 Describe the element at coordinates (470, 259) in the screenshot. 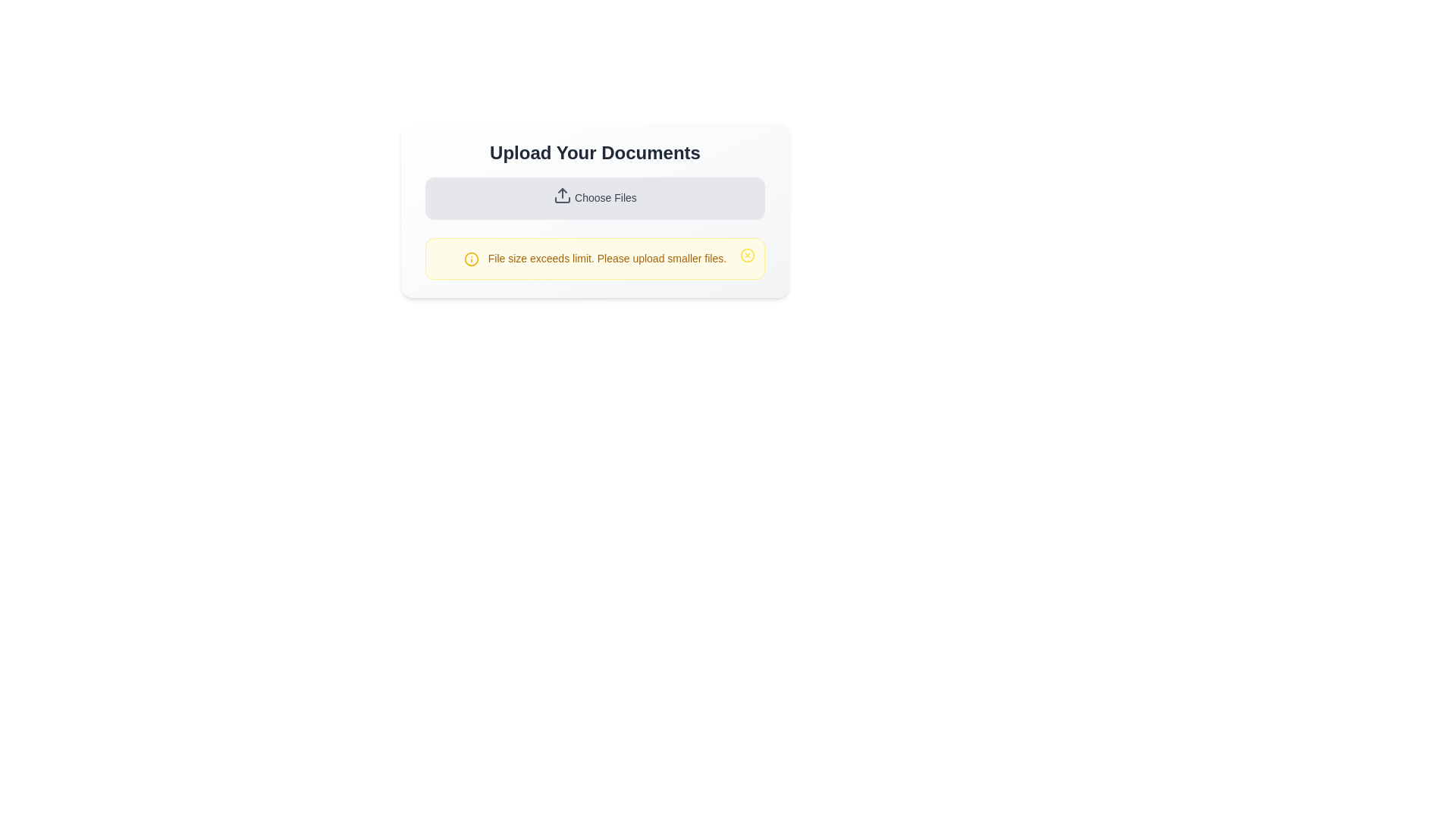

I see `yellow circular exclamation mark SVG icon located to the left of the alert message text 'File size exceeds limit. Please upload smaller files.'` at that location.